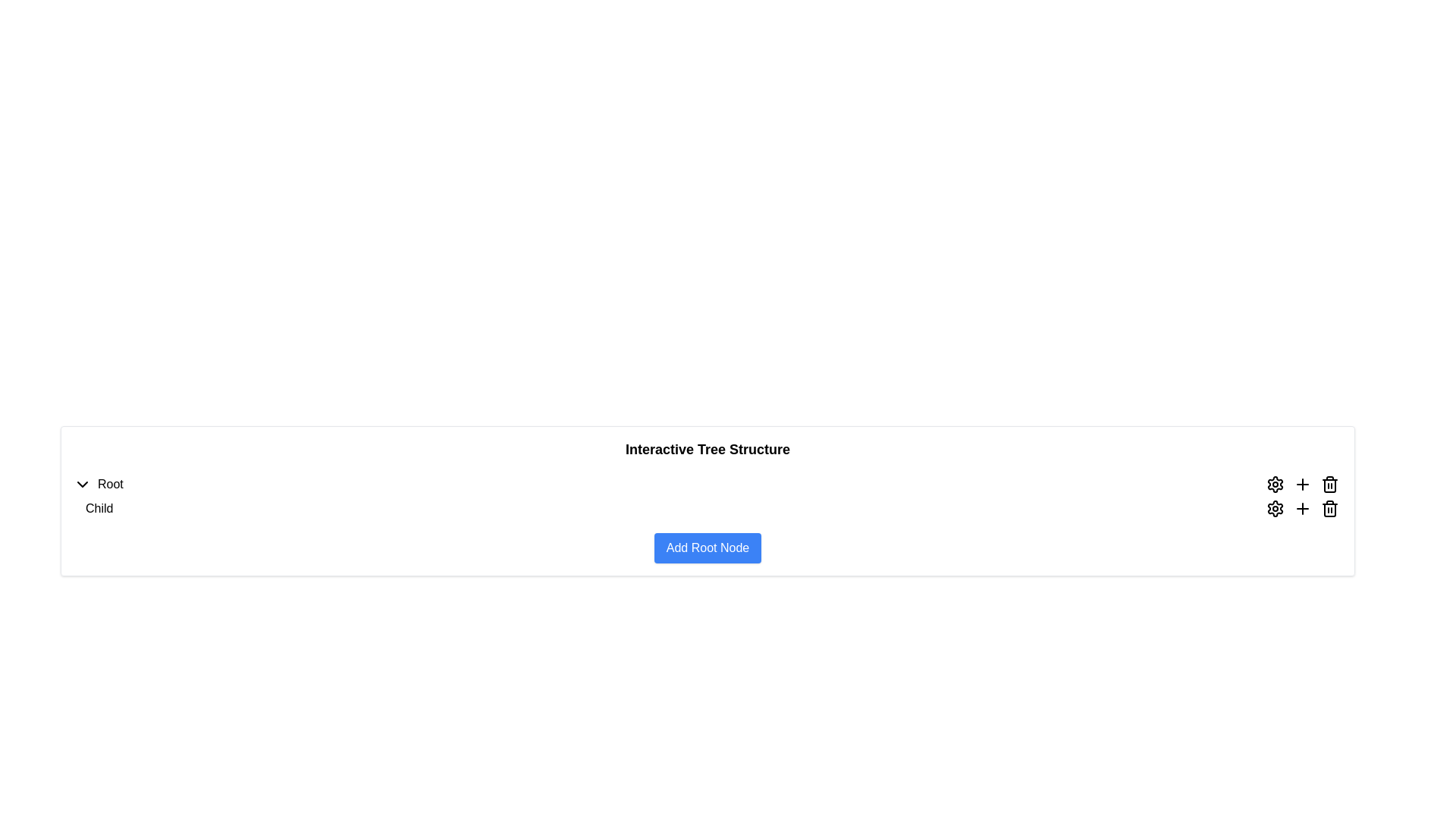 Image resolution: width=1456 pixels, height=819 pixels. Describe the element at coordinates (1329, 509) in the screenshot. I see `the trash/delete icon located` at that location.